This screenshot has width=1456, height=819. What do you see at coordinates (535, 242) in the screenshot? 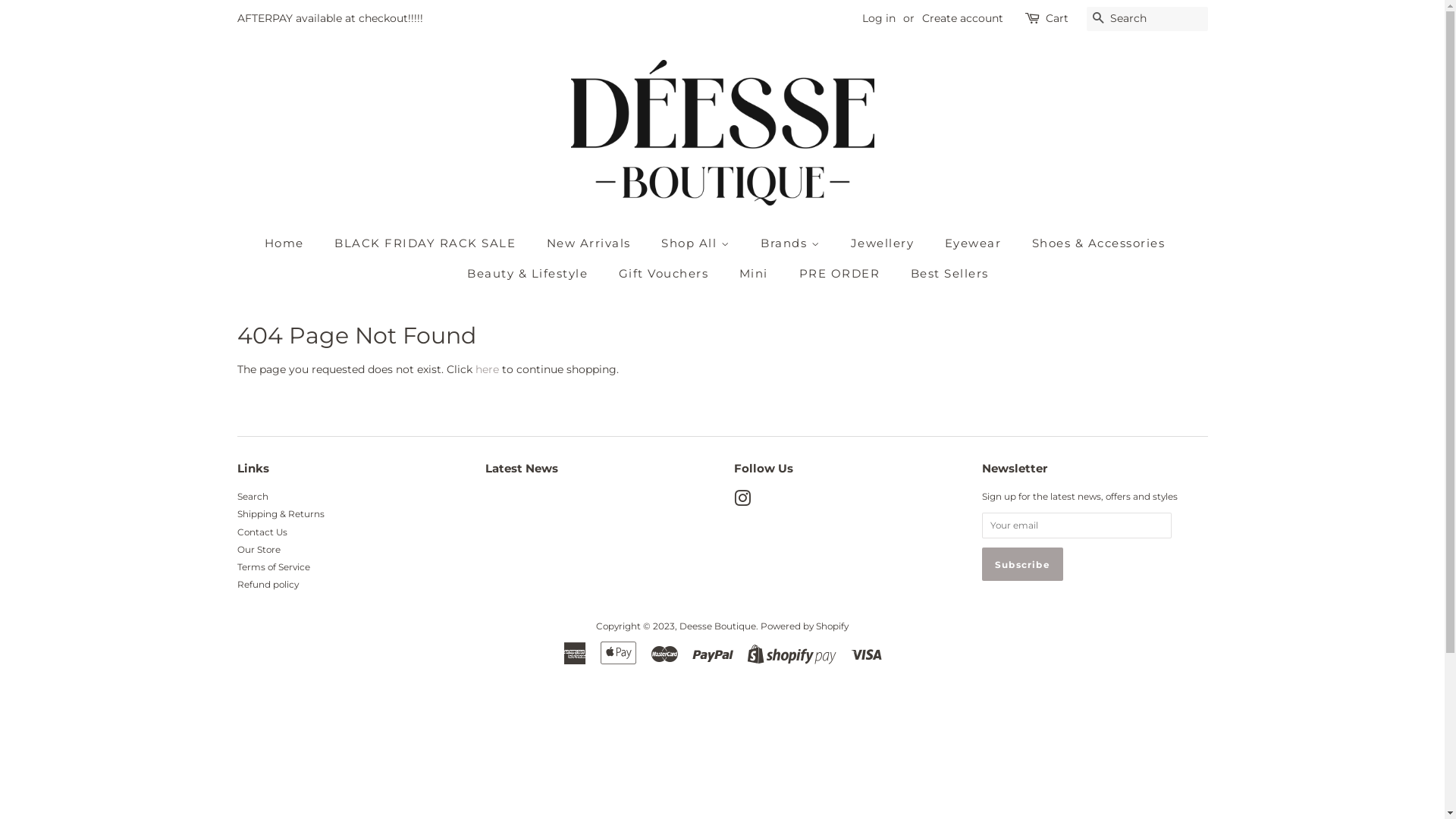
I see `'New Arrivals'` at bounding box center [535, 242].